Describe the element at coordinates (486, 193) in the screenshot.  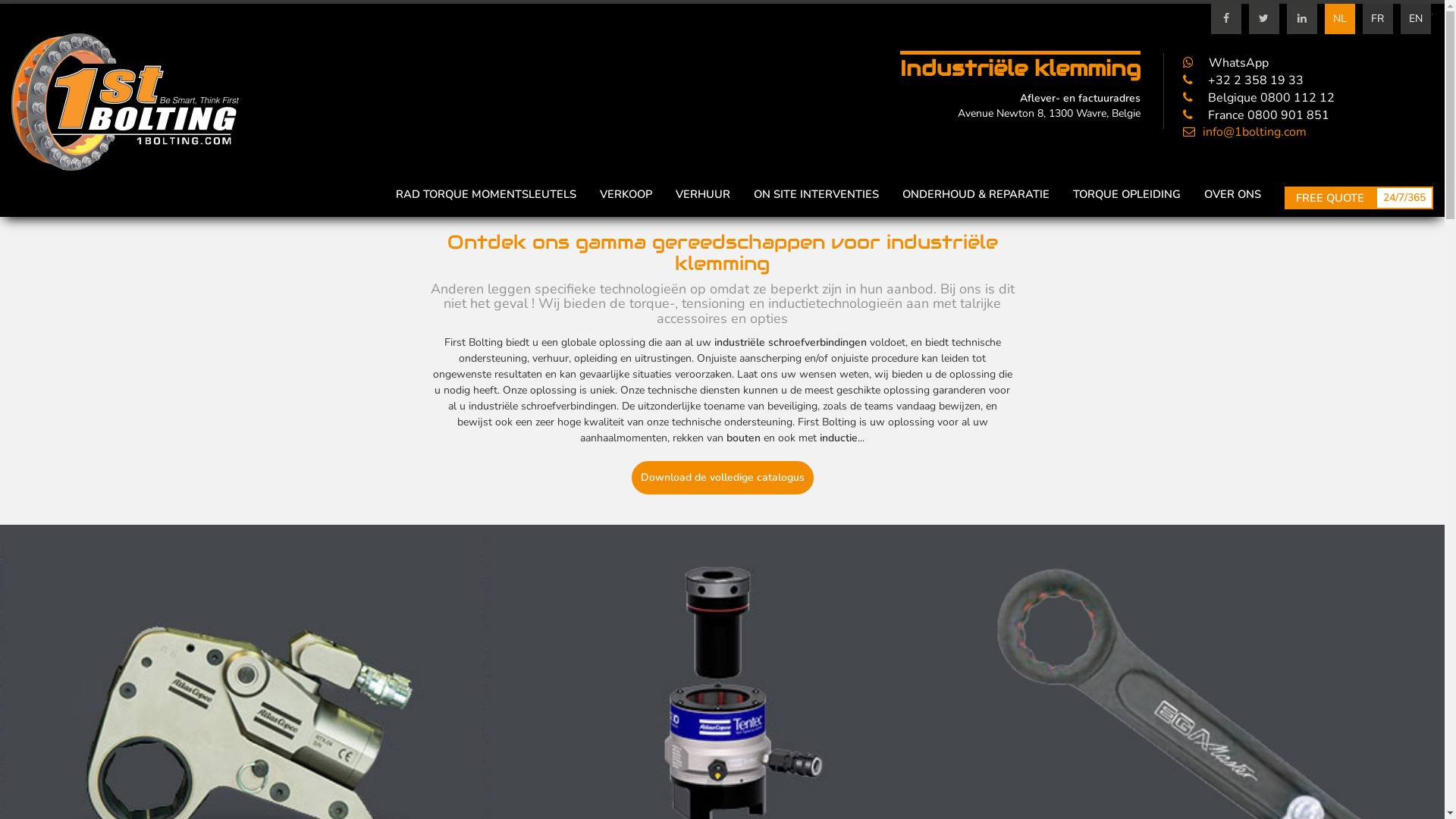
I see `'RAD TORQUE MOMENTSLEUTELS'` at that location.